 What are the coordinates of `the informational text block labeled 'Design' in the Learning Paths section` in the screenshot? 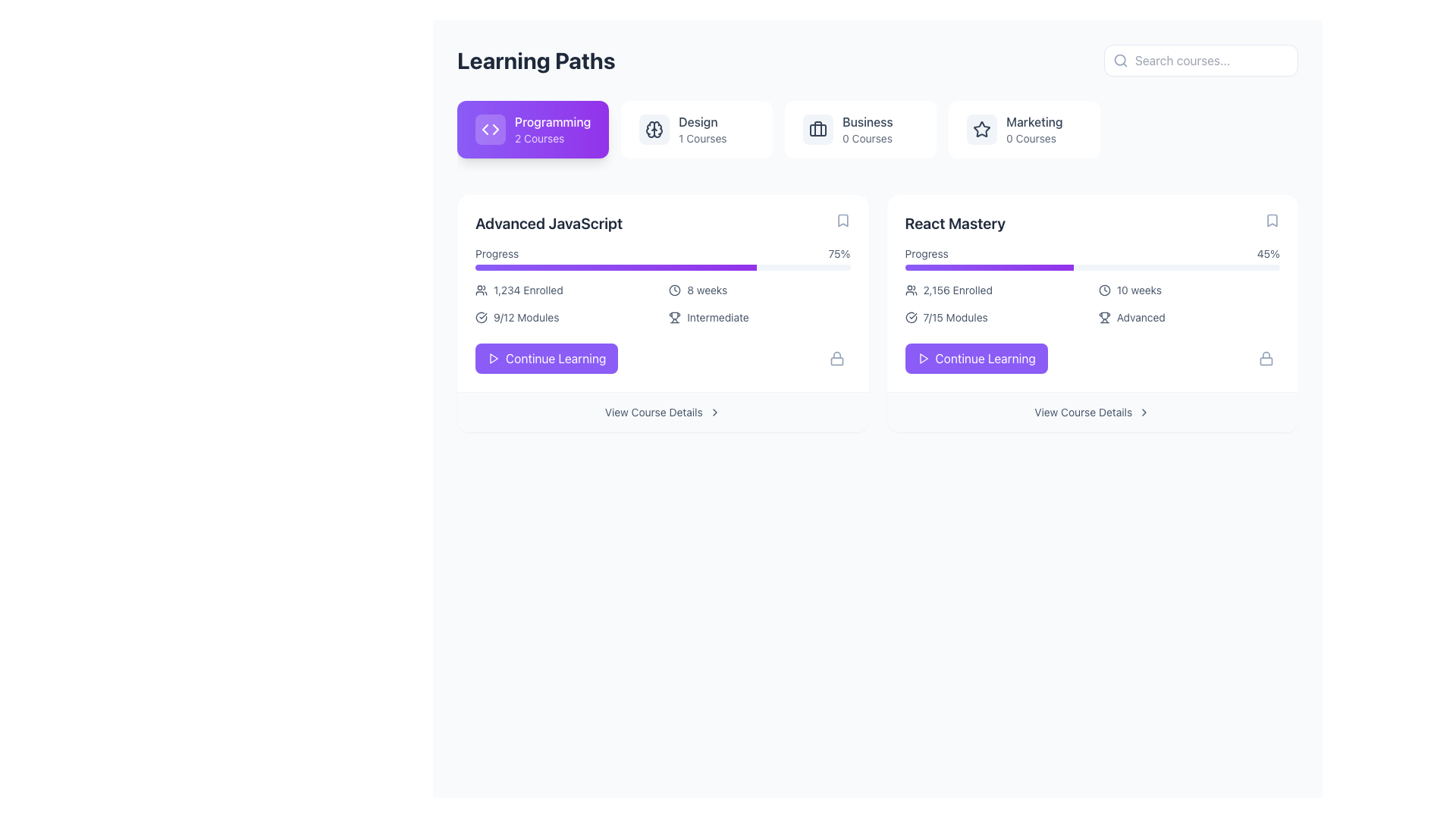 It's located at (701, 128).